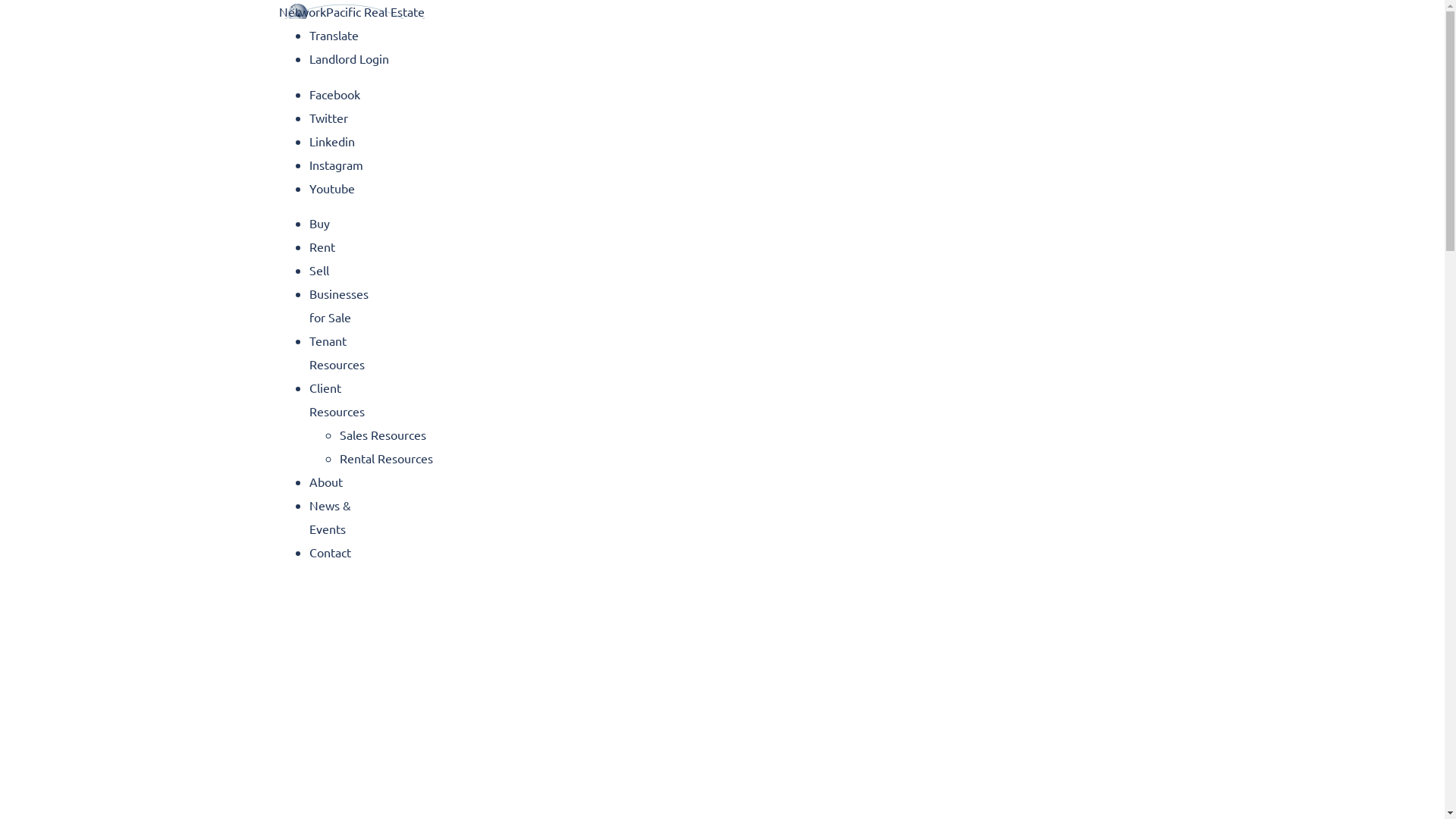 The height and width of the screenshot is (819, 1456). I want to click on 'Rent', so click(309, 245).